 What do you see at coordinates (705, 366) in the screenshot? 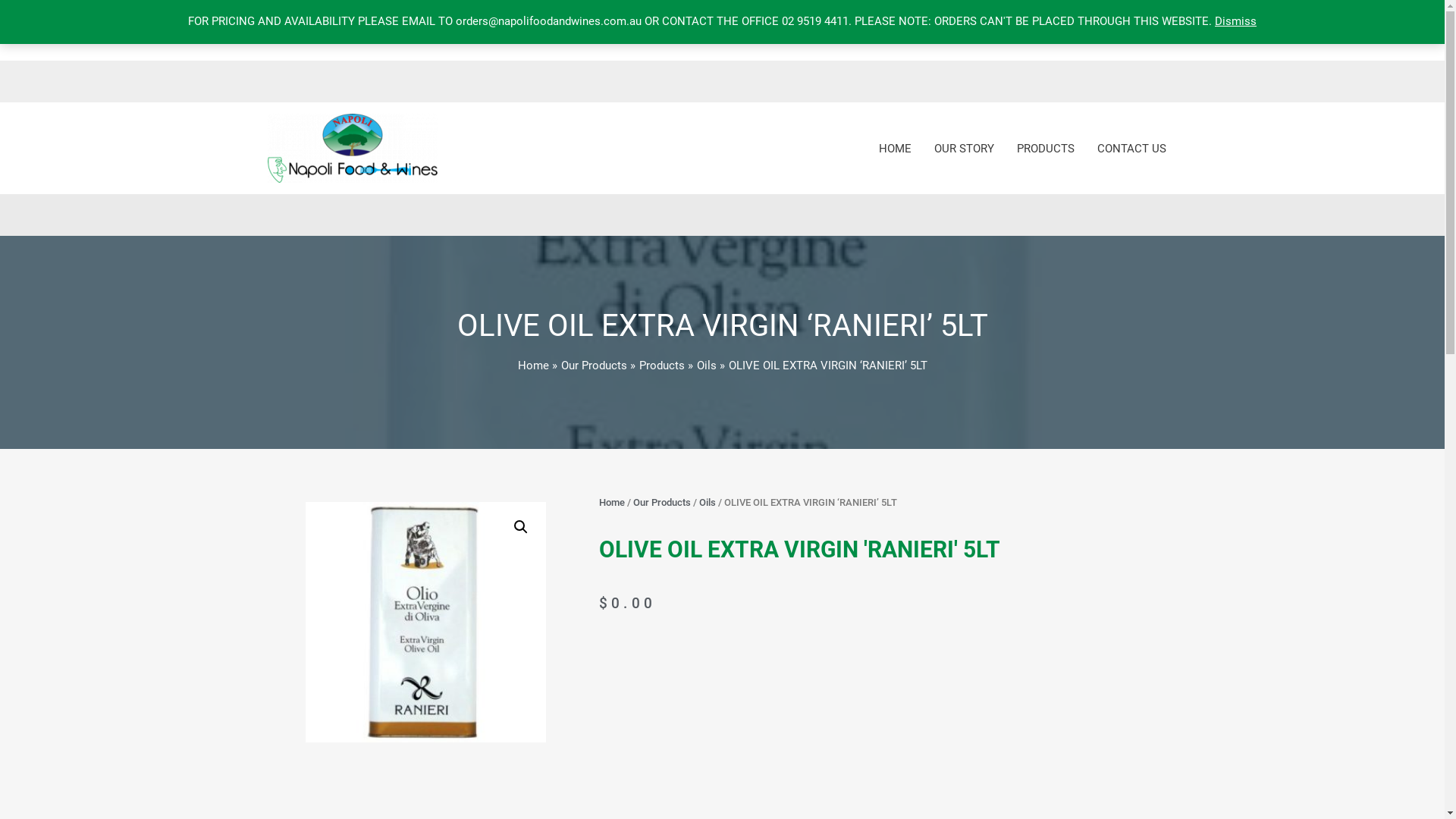
I see `'Oils'` at bounding box center [705, 366].